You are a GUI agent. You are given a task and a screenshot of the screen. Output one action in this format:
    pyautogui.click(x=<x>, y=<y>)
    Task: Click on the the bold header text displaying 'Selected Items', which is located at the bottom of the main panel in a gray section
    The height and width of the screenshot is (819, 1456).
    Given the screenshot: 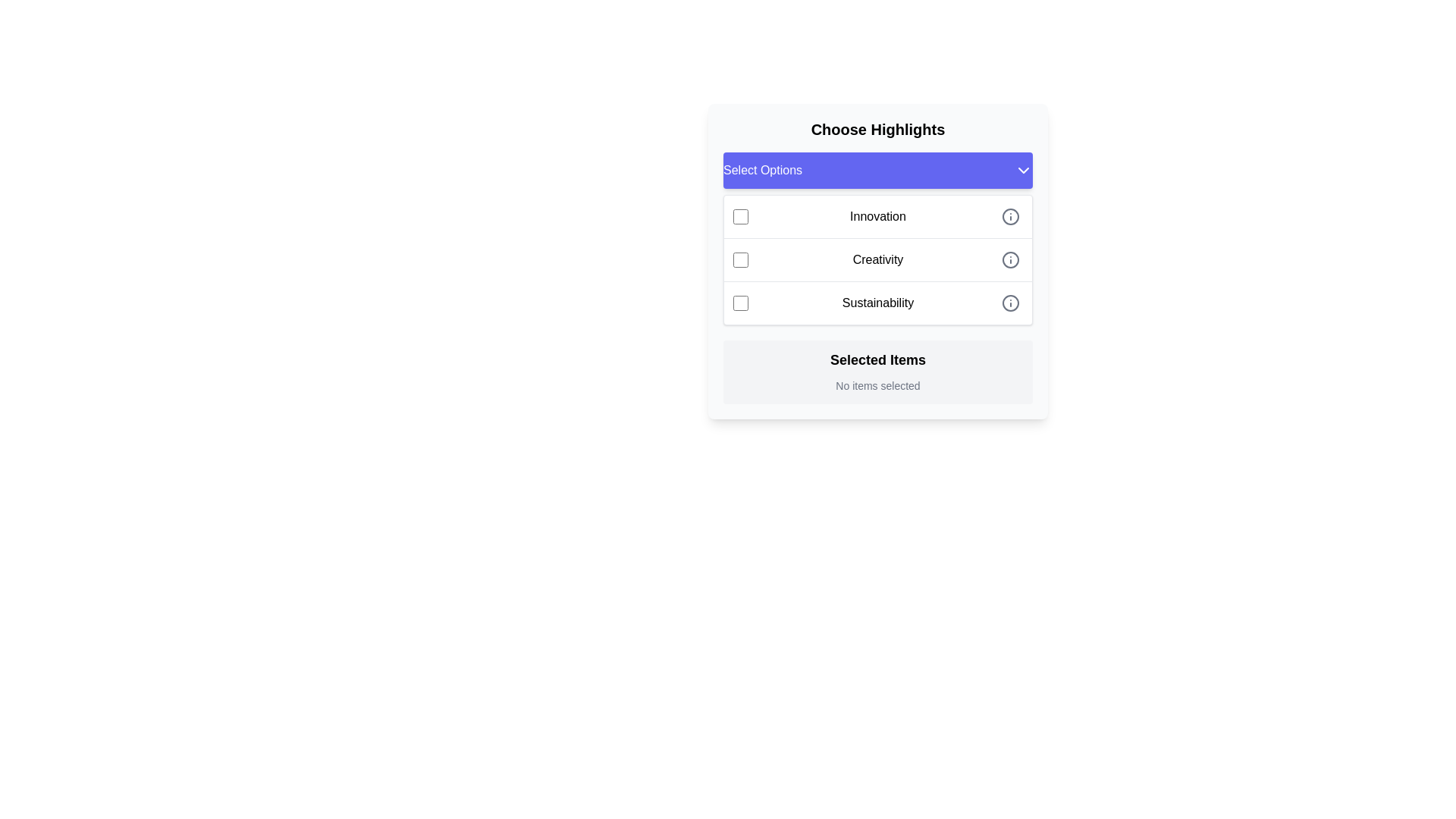 What is the action you would take?
    pyautogui.click(x=877, y=359)
    